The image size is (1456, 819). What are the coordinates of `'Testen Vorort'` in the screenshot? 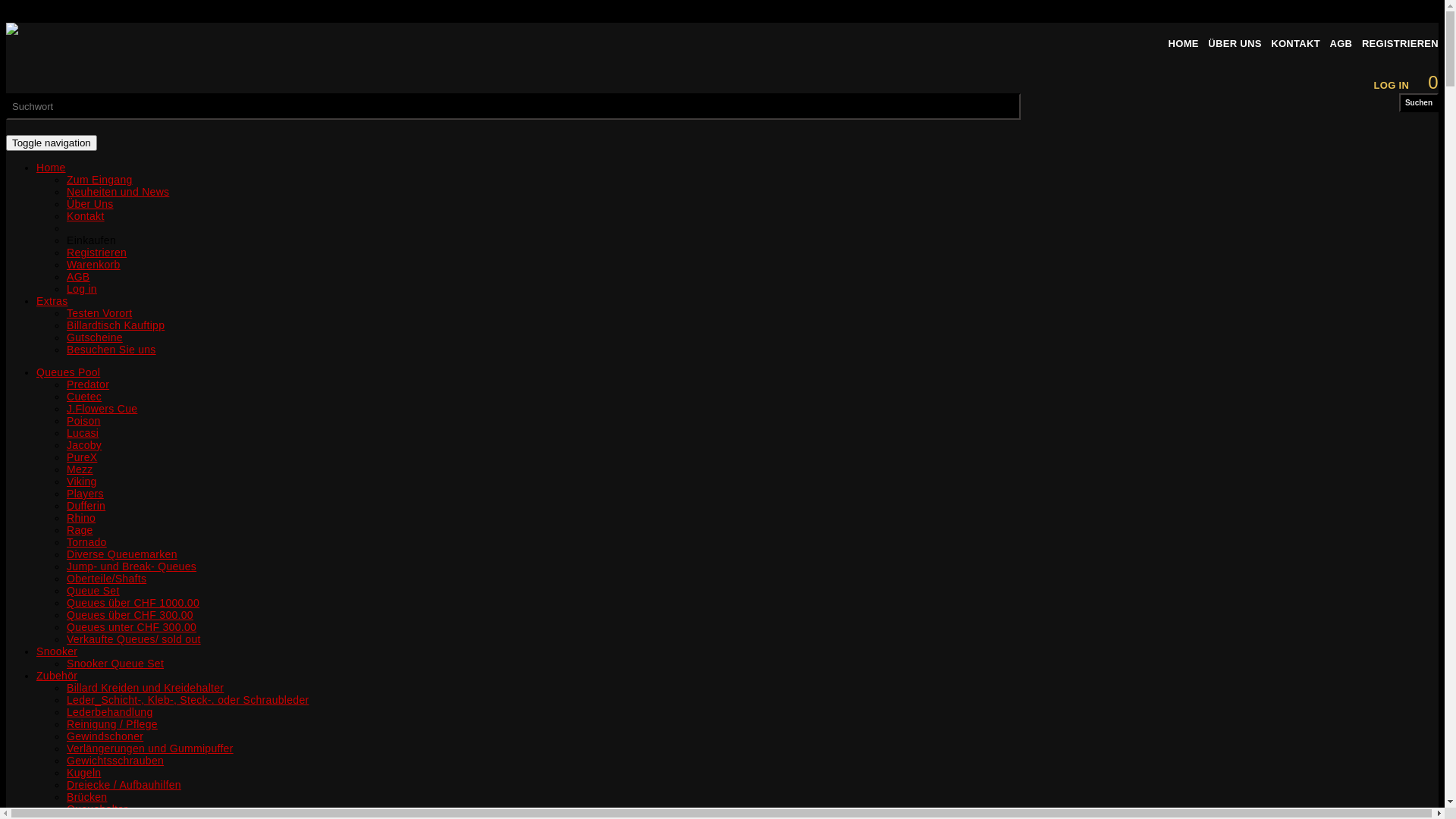 It's located at (98, 312).